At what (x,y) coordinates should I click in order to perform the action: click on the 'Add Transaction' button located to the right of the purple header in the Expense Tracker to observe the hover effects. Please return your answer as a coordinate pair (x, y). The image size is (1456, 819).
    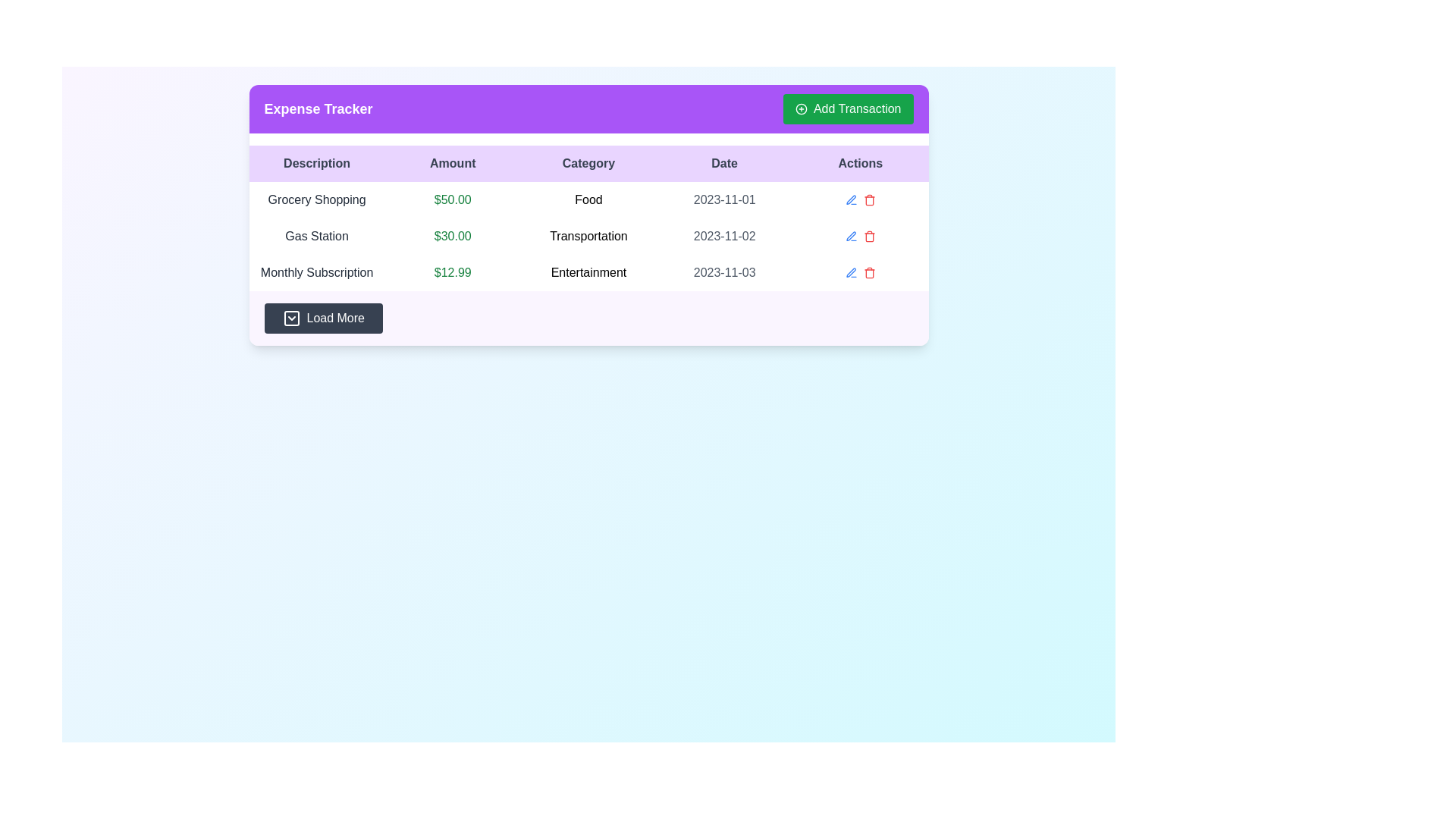
    Looking at the image, I should click on (847, 108).